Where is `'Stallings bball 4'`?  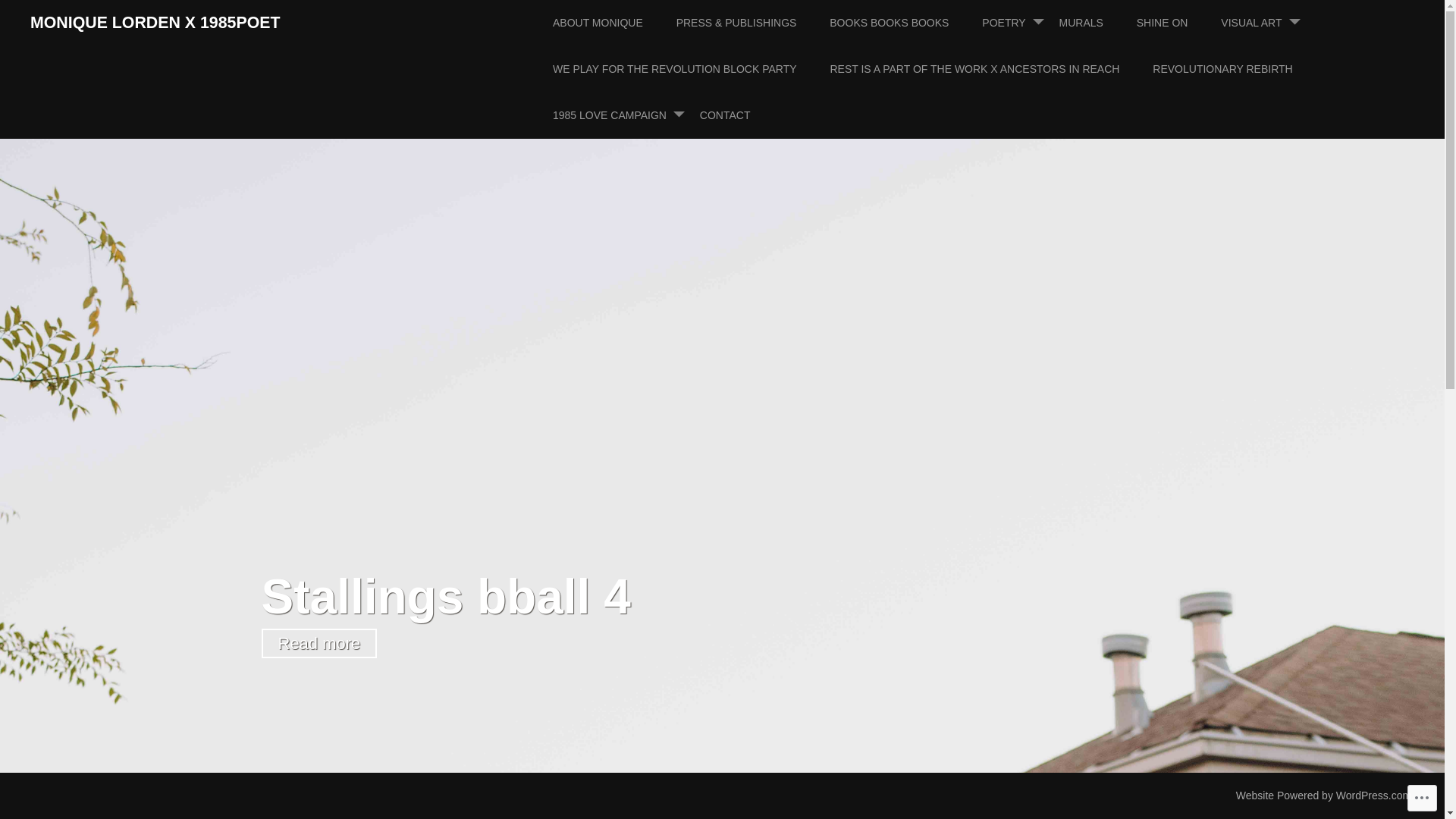 'Stallings bball 4' is located at coordinates (444, 595).